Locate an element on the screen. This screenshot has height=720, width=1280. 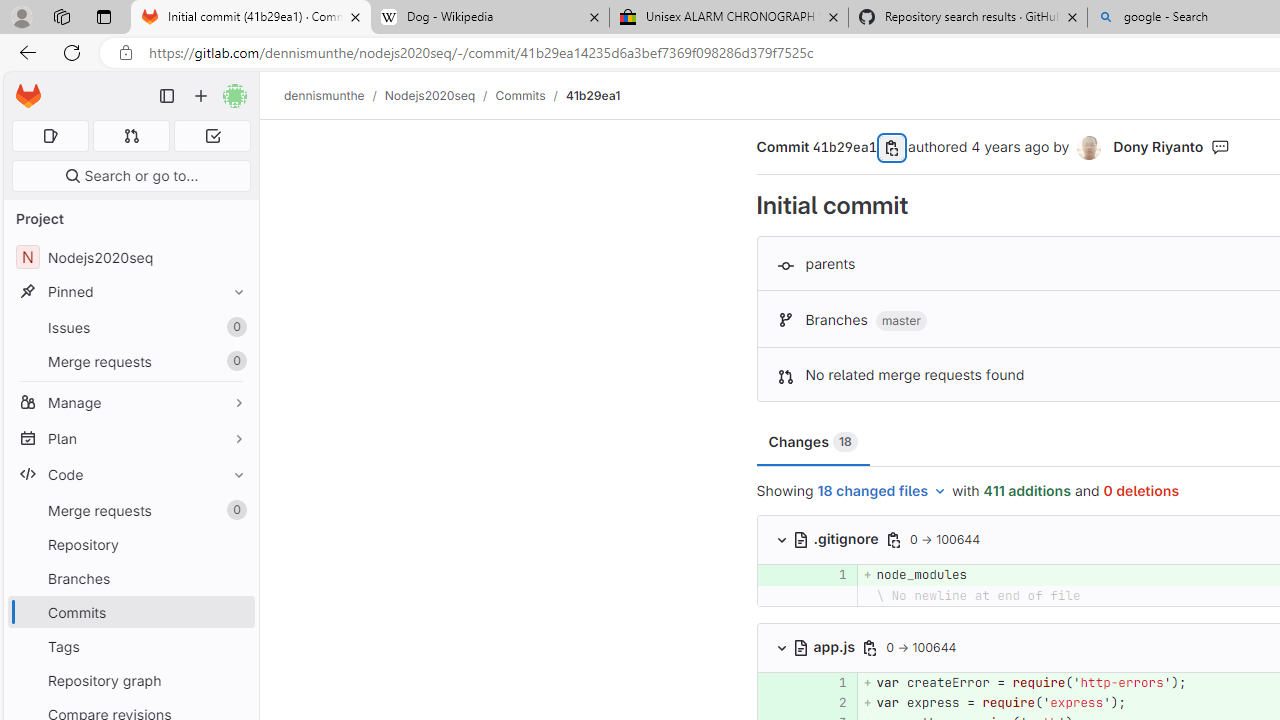
'2' is located at coordinates (829, 701).